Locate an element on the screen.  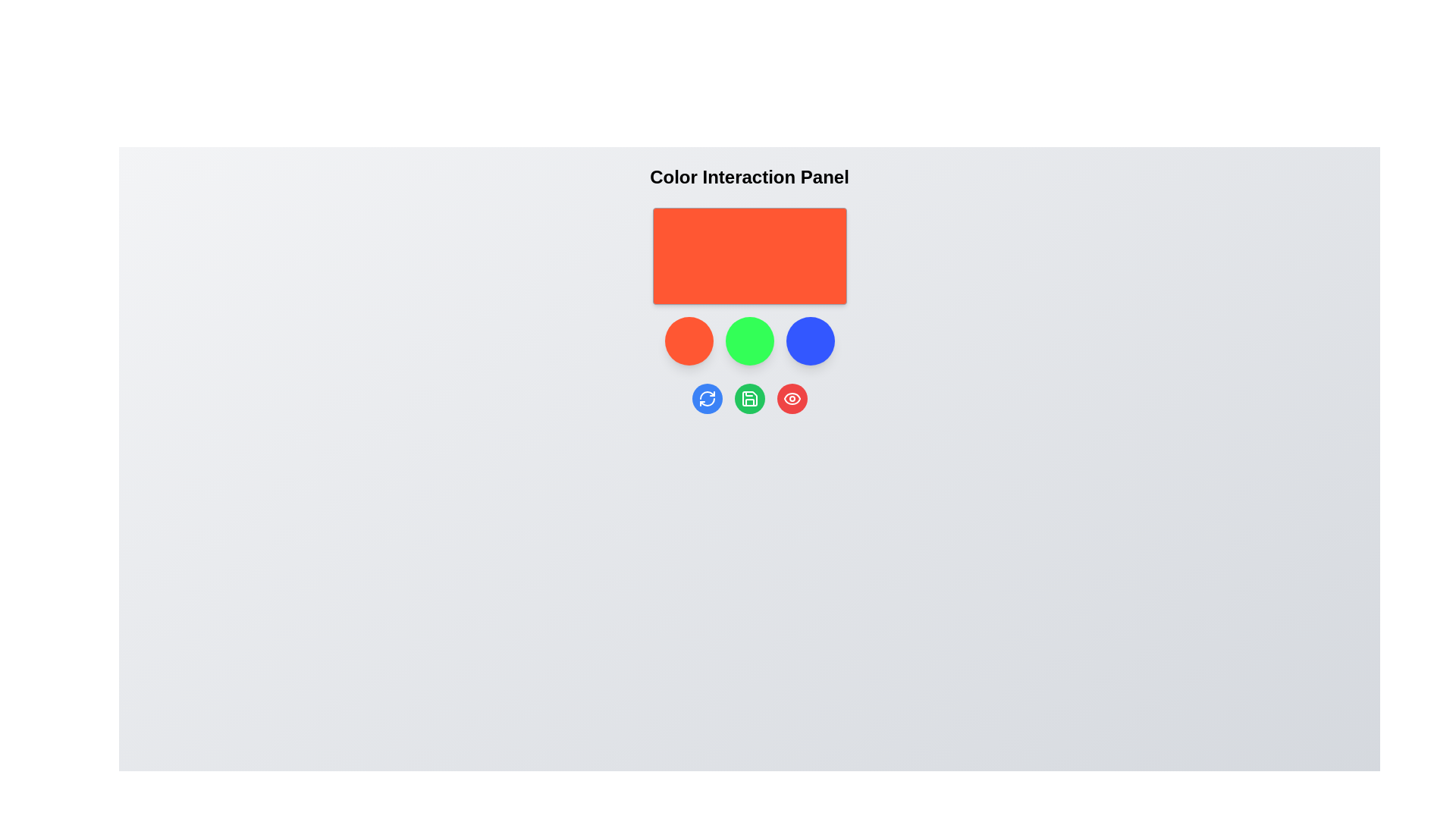
the green circular button with a white save icon is located at coordinates (749, 397).